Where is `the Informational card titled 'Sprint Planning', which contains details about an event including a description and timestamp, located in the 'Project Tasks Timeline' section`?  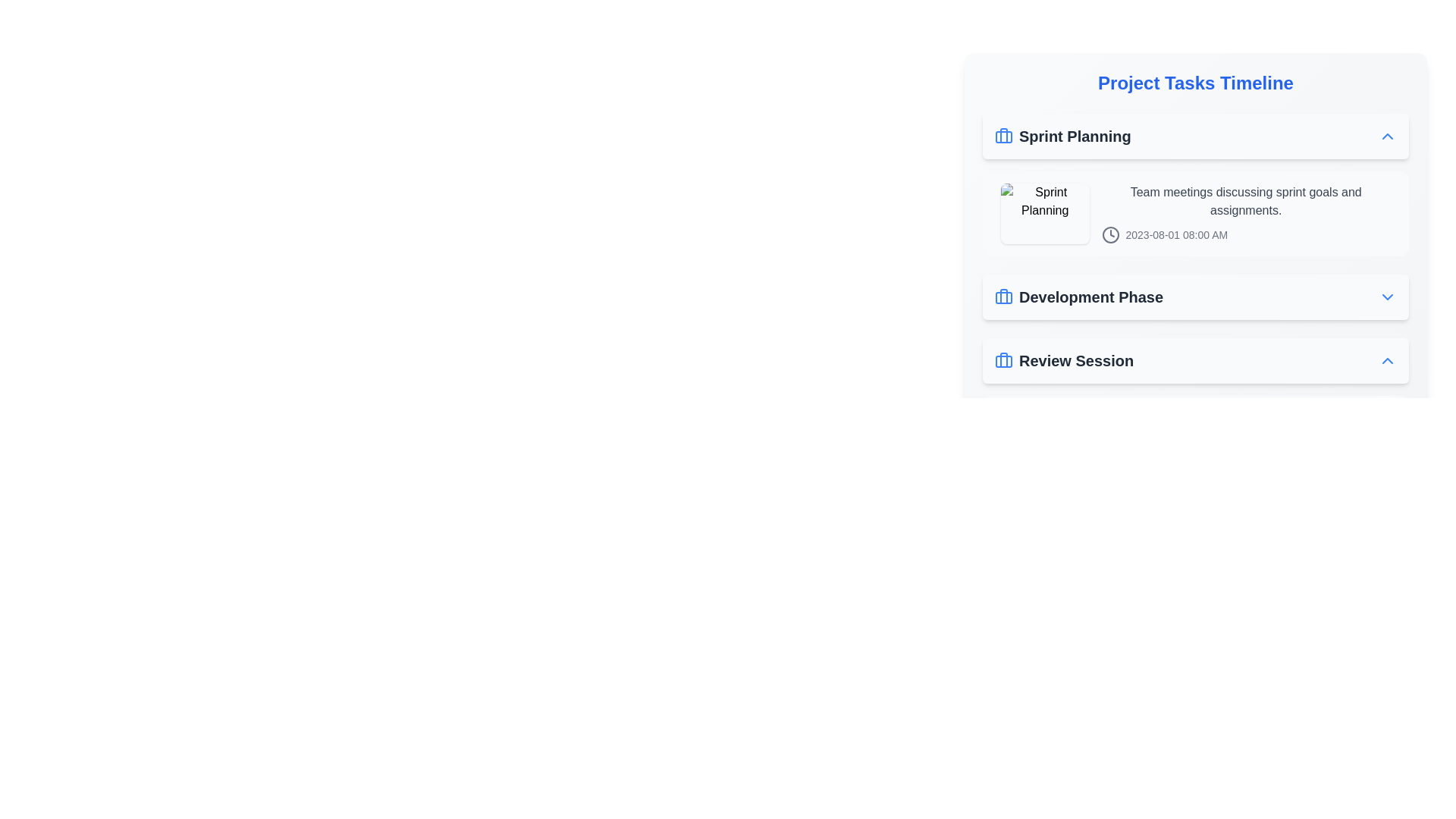 the Informational card titled 'Sprint Planning', which contains details about an event including a description and timestamp, located in the 'Project Tasks Timeline' section is located at coordinates (1195, 213).